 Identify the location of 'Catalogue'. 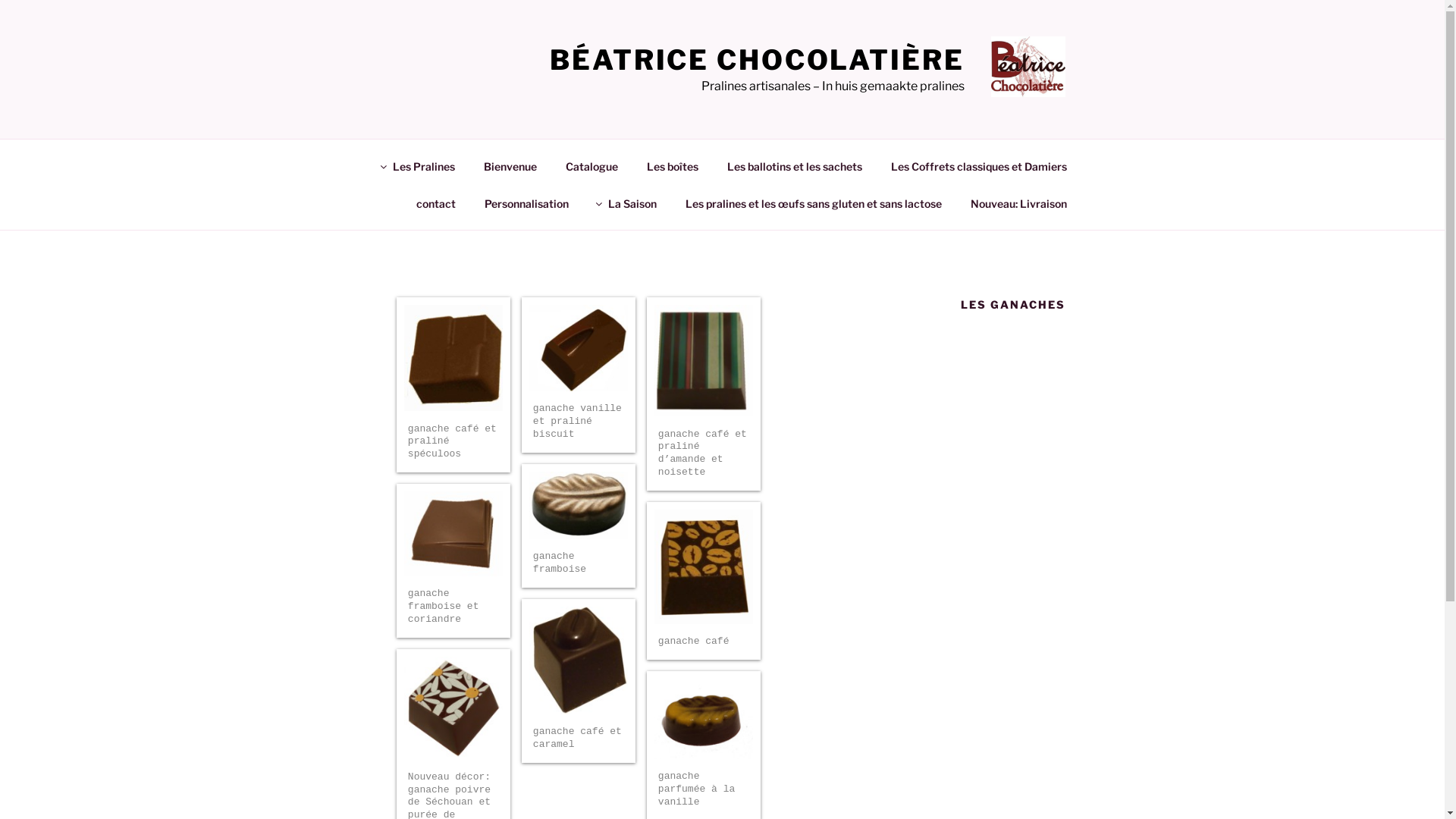
(590, 165).